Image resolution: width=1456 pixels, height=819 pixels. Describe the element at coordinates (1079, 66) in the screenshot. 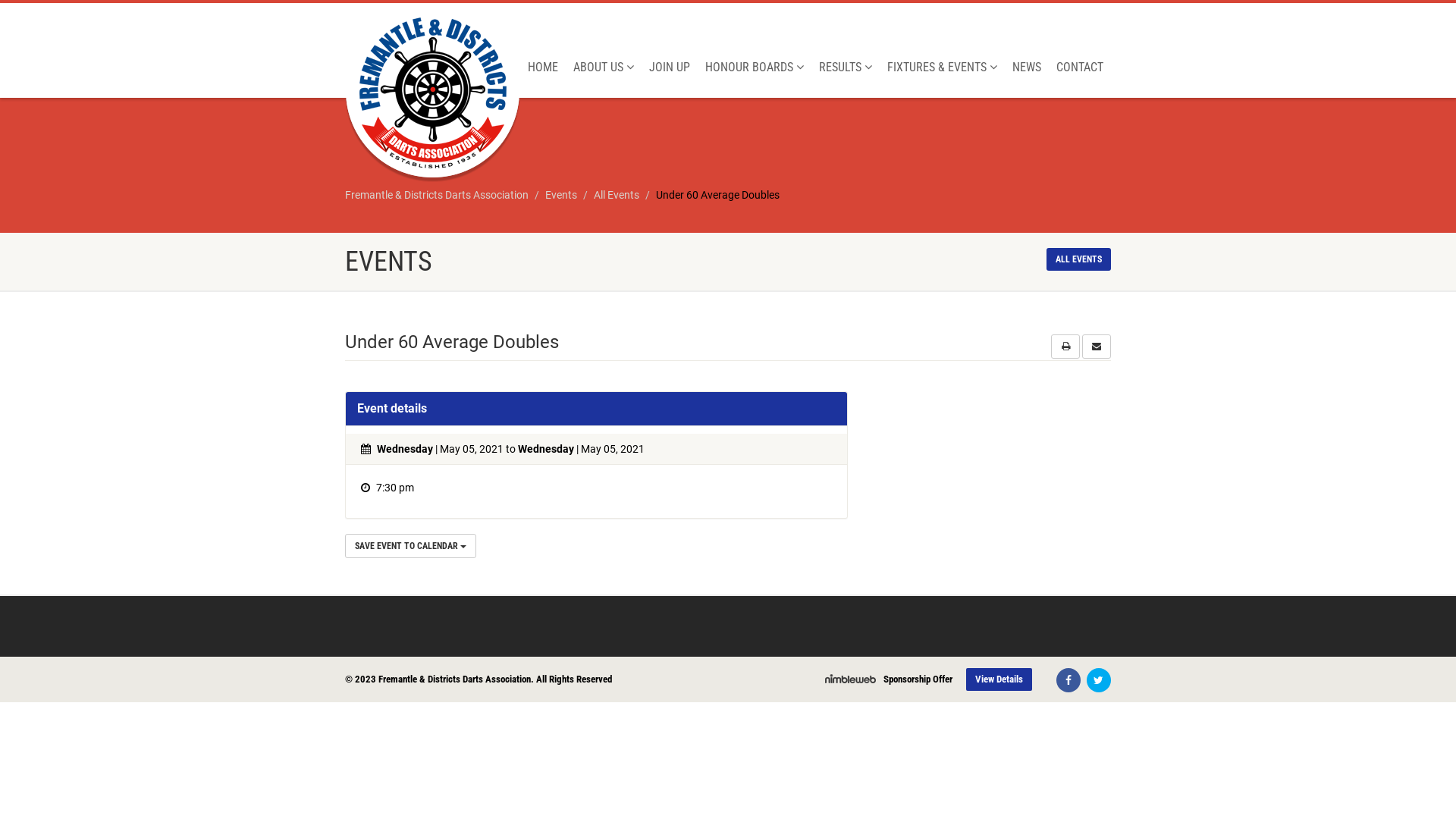

I see `'CONTACT'` at that location.